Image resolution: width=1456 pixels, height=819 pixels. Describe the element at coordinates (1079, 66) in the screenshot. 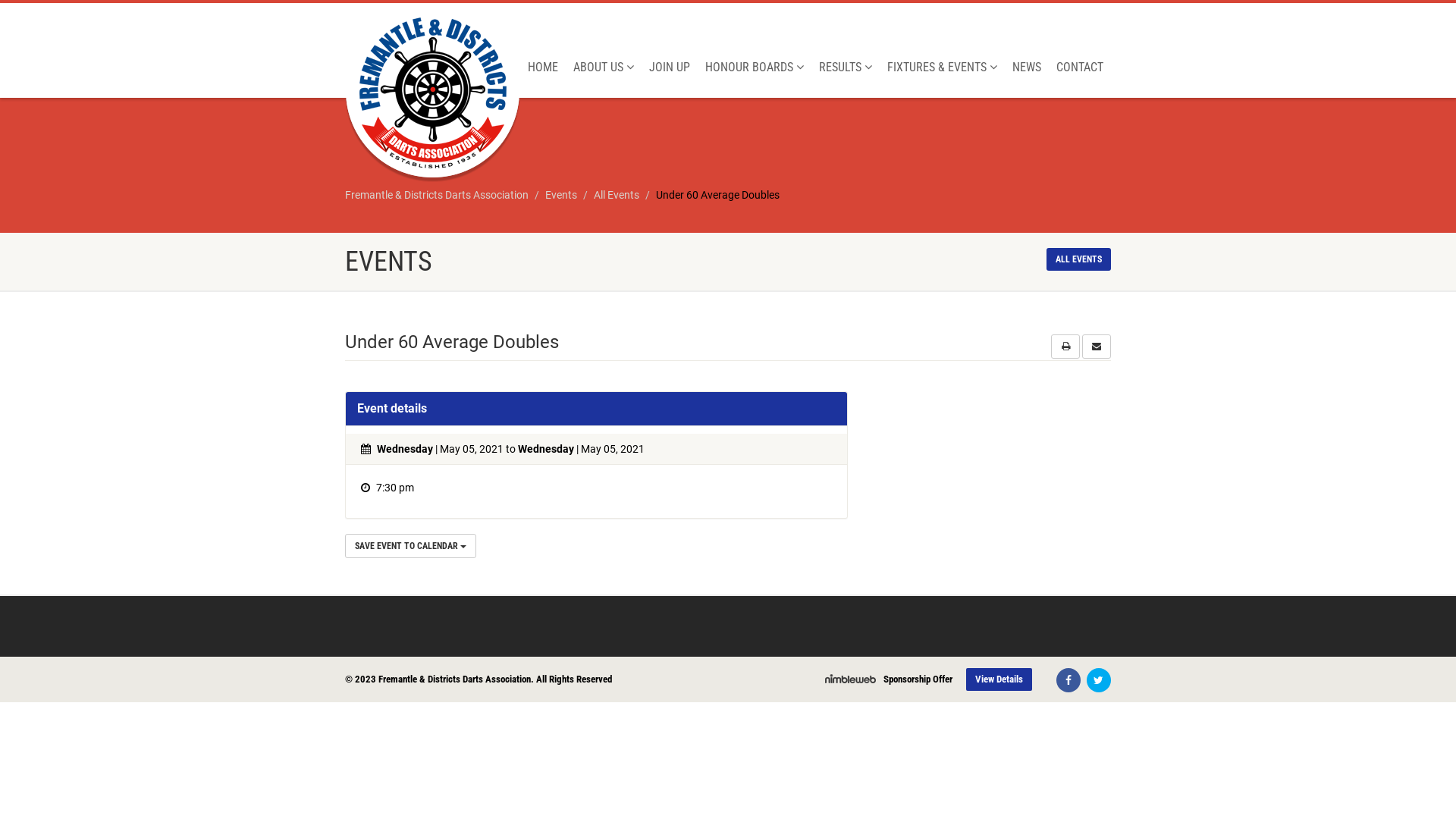

I see `'CONTACT'` at that location.